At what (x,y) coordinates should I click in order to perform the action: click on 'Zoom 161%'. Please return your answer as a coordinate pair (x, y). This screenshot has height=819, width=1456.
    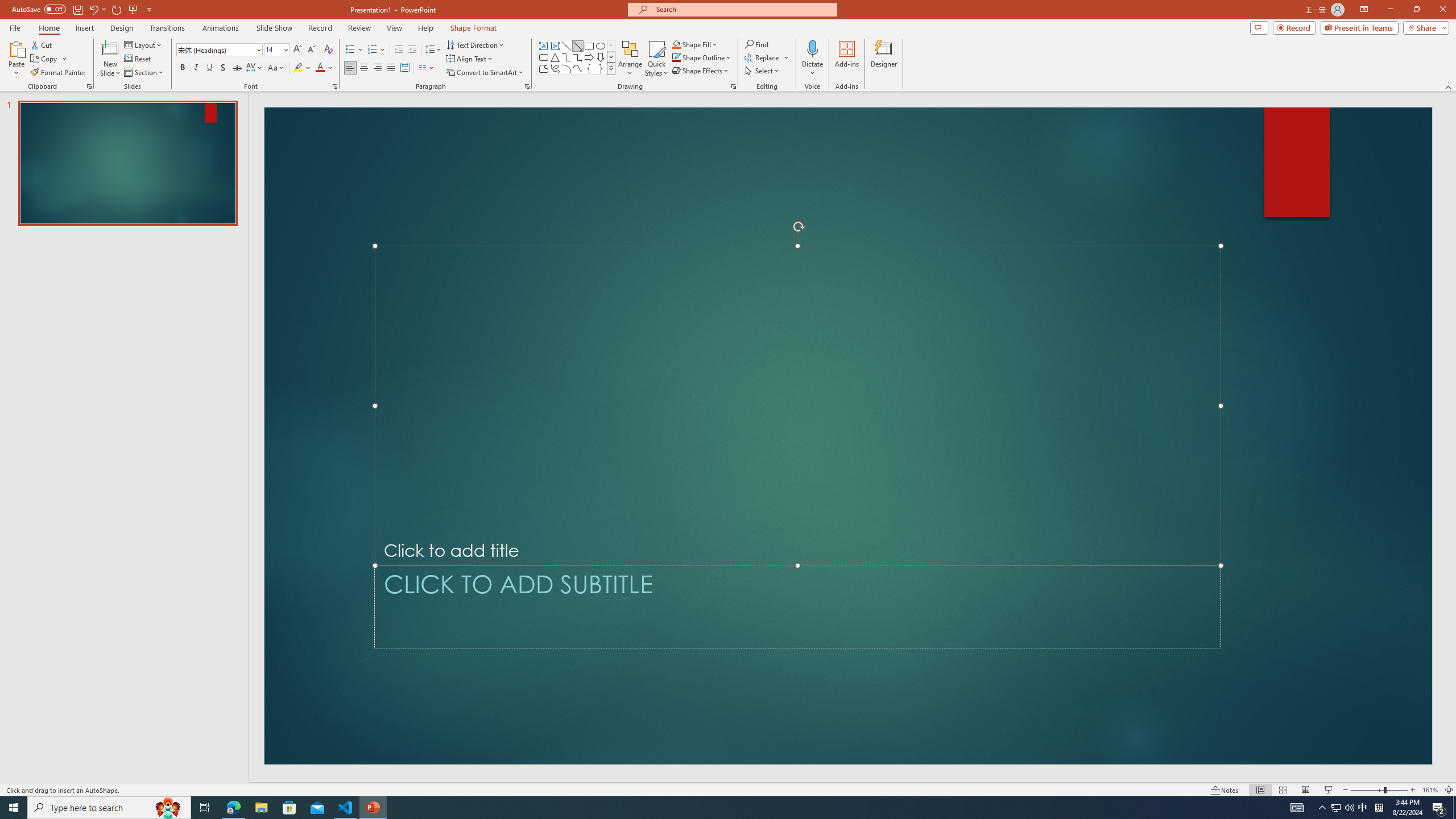
    Looking at the image, I should click on (1430, 790).